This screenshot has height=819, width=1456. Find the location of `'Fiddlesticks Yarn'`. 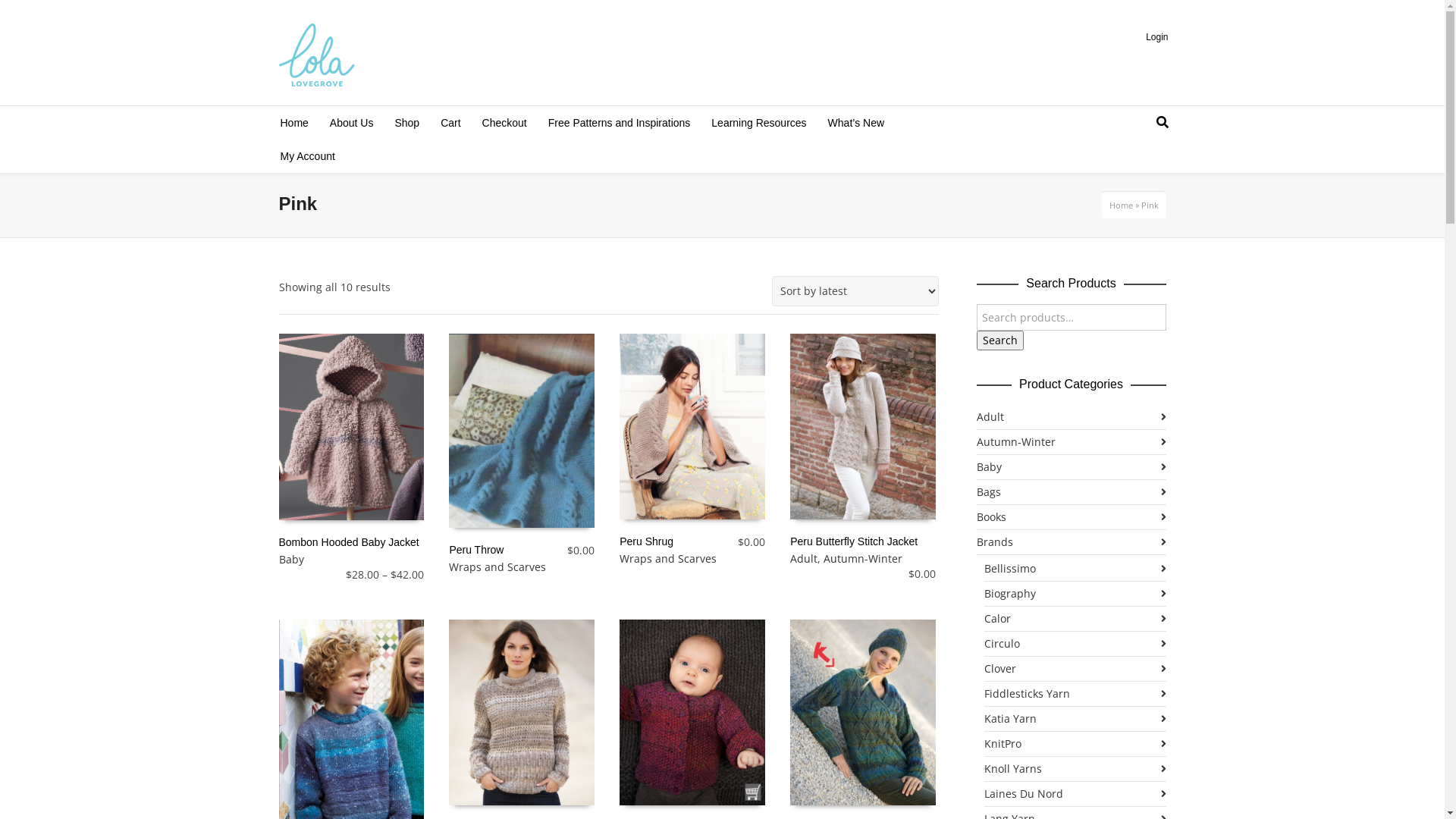

'Fiddlesticks Yarn' is located at coordinates (1074, 693).